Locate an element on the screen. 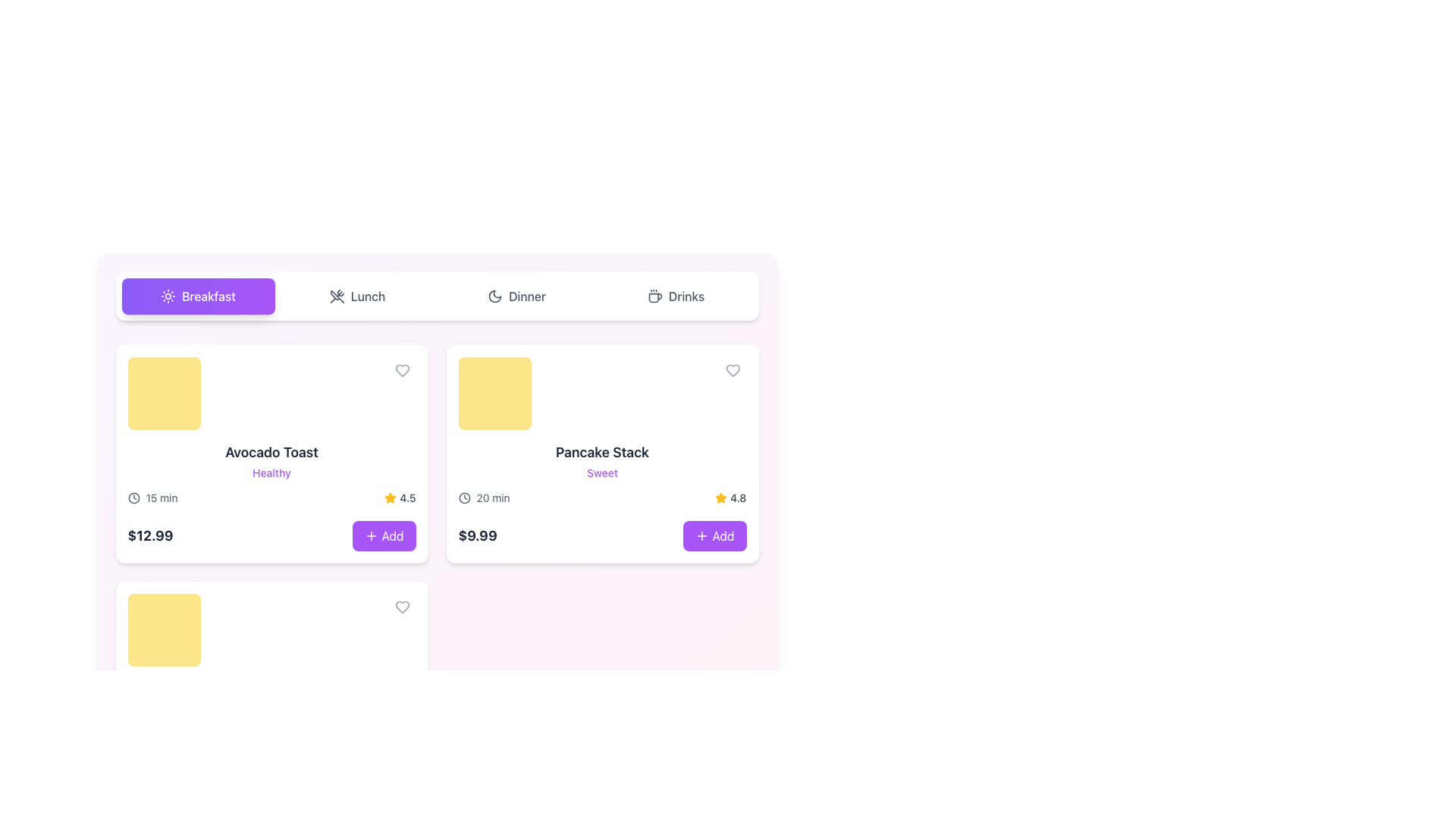 This screenshot has width=1456, height=819. the moon-shaped icon located under the 'Dinner' label in the navigation bar by moving the cursor to its center point is located at coordinates (494, 296).